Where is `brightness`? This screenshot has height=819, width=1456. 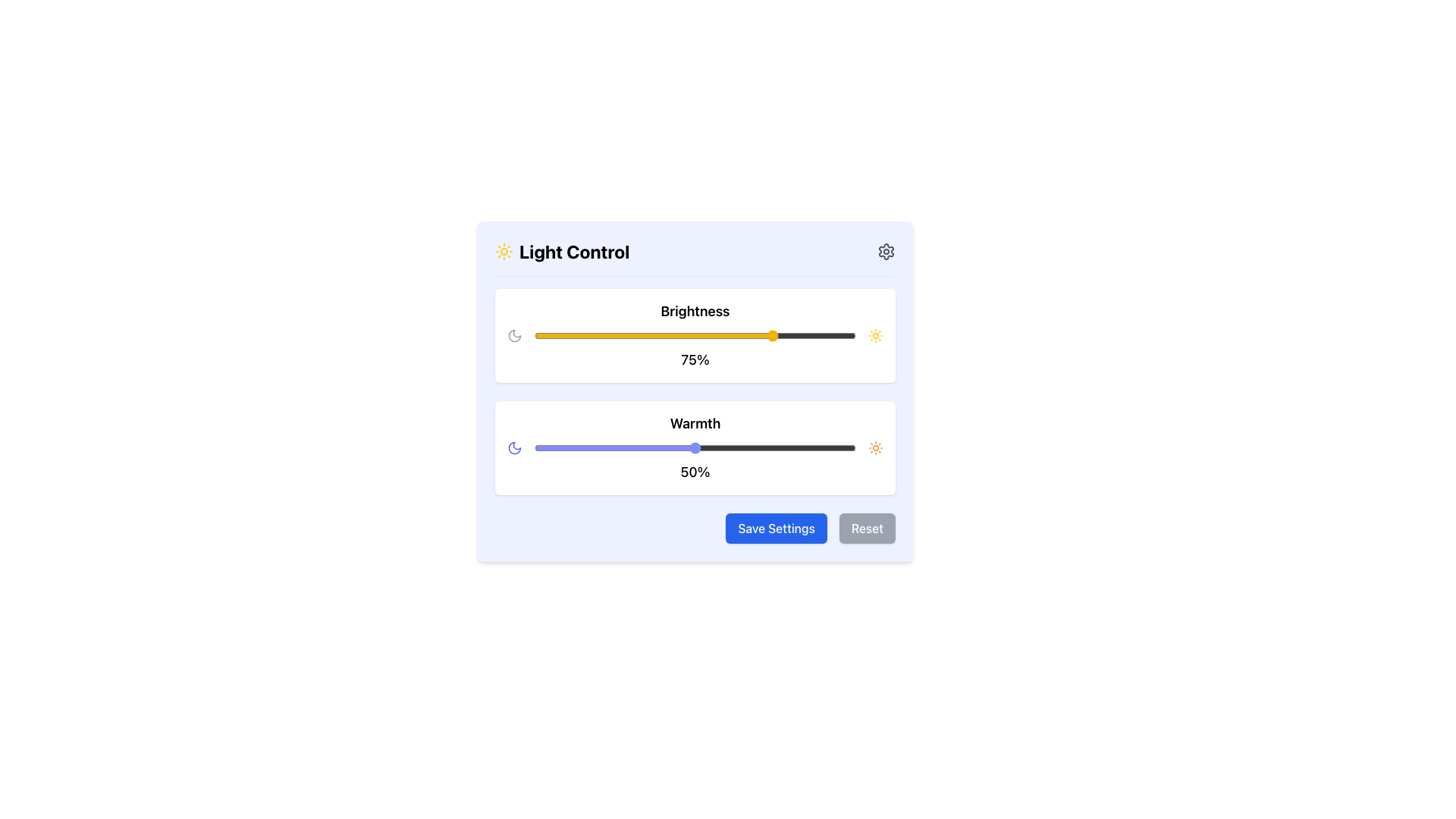 brightness is located at coordinates (852, 335).